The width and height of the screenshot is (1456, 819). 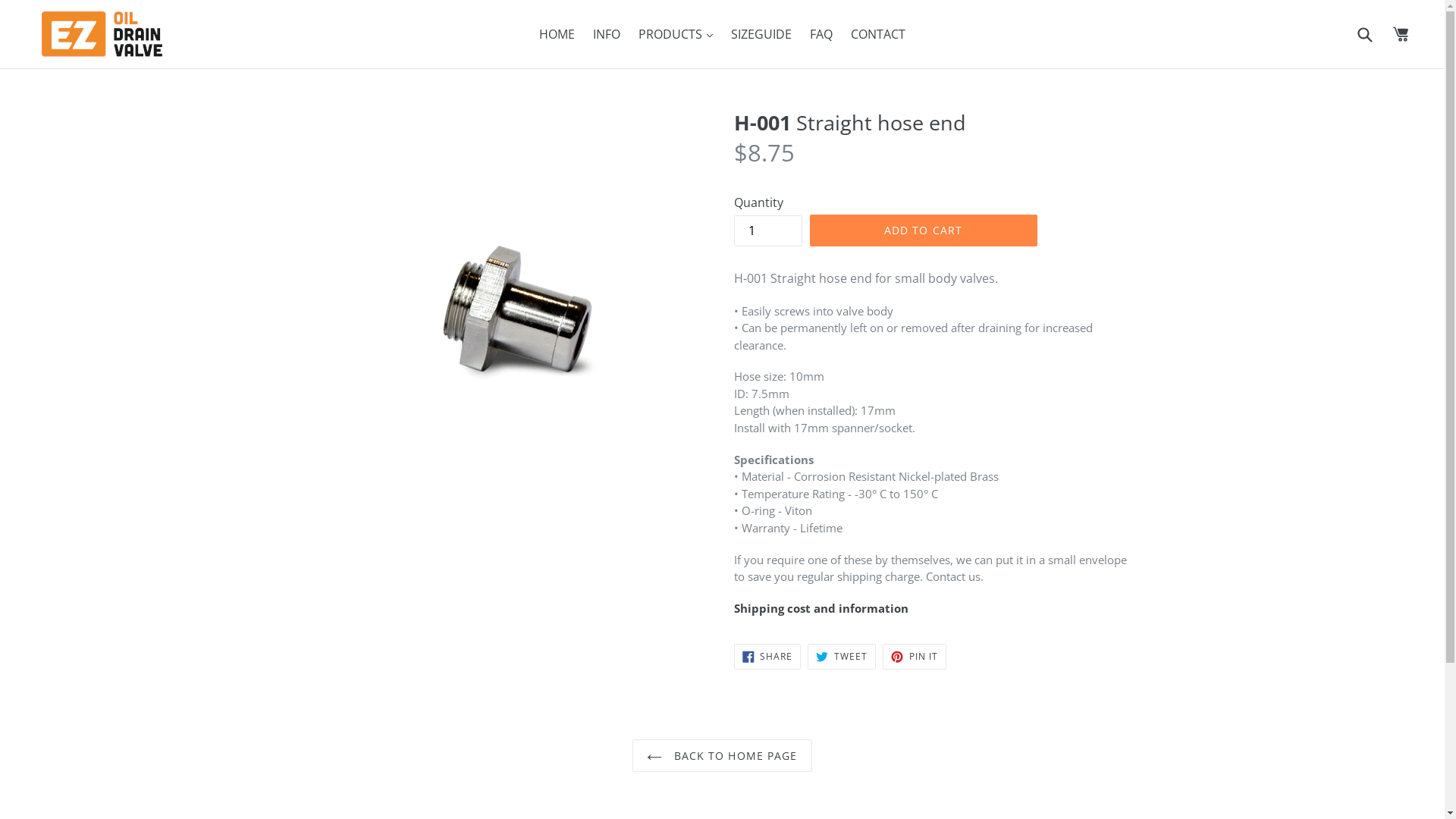 I want to click on 'FAQ', so click(x=821, y=34).